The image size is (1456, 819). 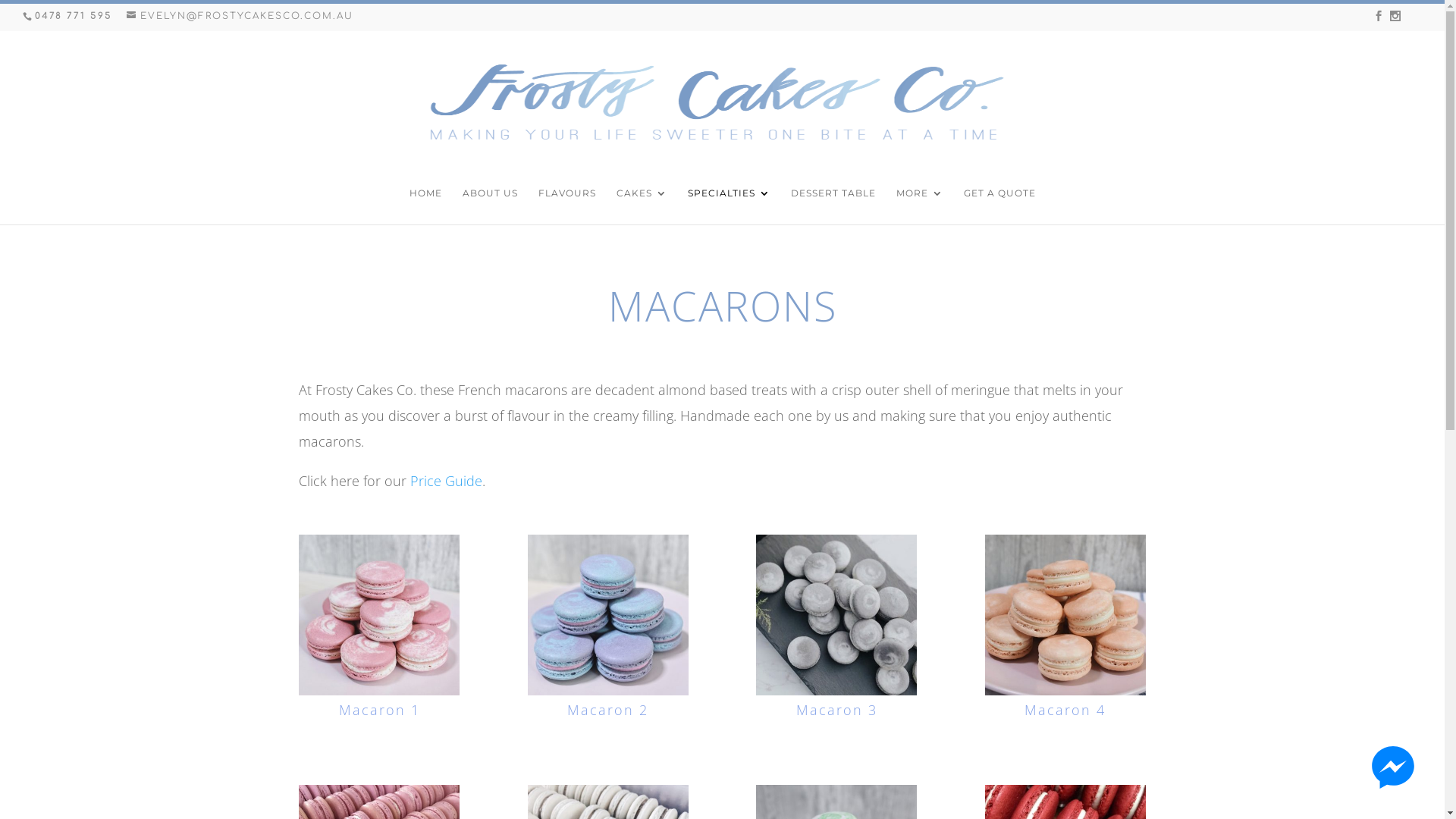 What do you see at coordinates (490, 206) in the screenshot?
I see `'ABOUT US'` at bounding box center [490, 206].